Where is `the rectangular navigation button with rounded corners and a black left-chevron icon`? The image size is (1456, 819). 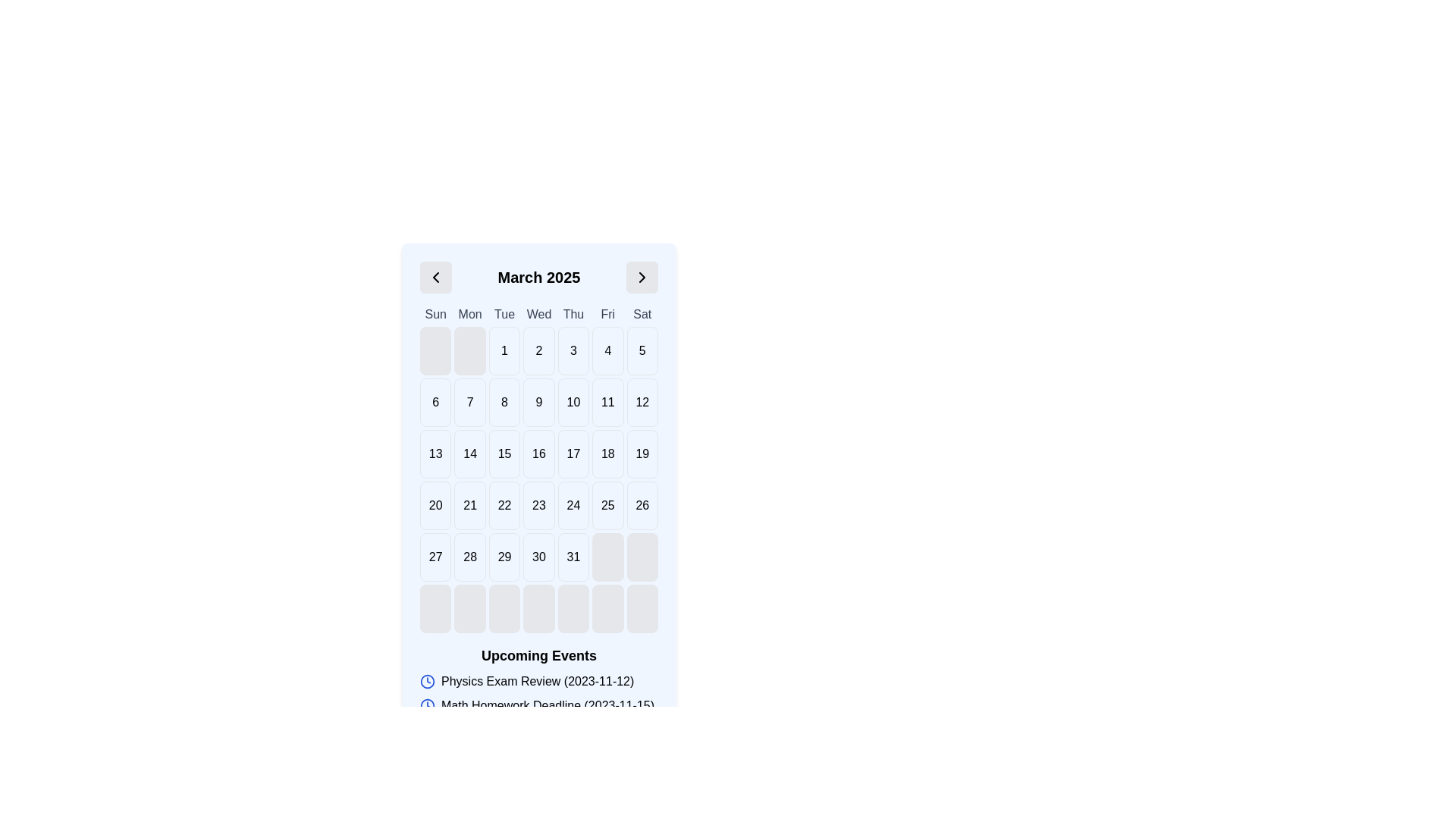 the rectangular navigation button with rounded corners and a black left-chevron icon is located at coordinates (435, 278).